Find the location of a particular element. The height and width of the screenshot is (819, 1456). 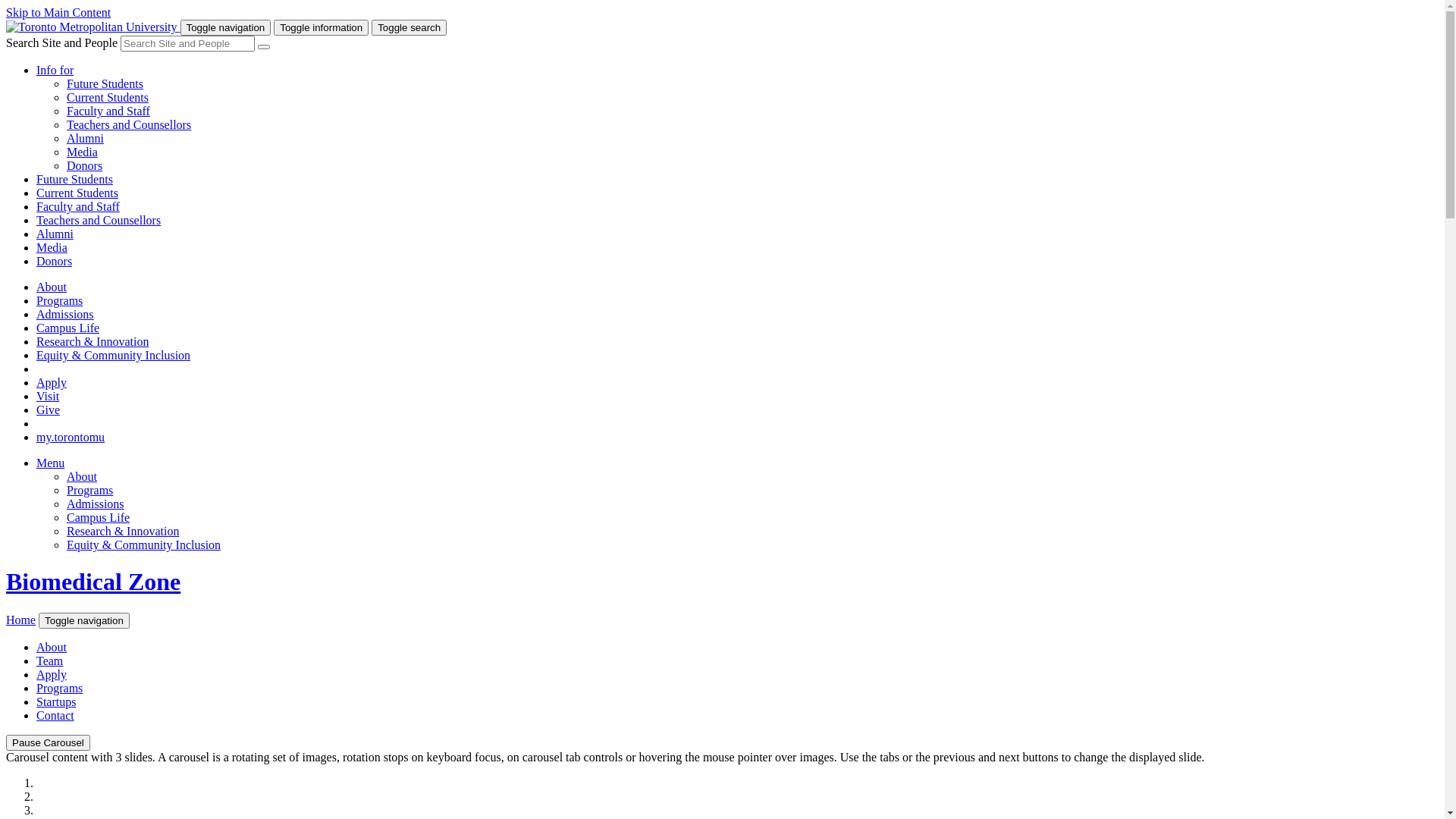

'Donors' is located at coordinates (83, 165).